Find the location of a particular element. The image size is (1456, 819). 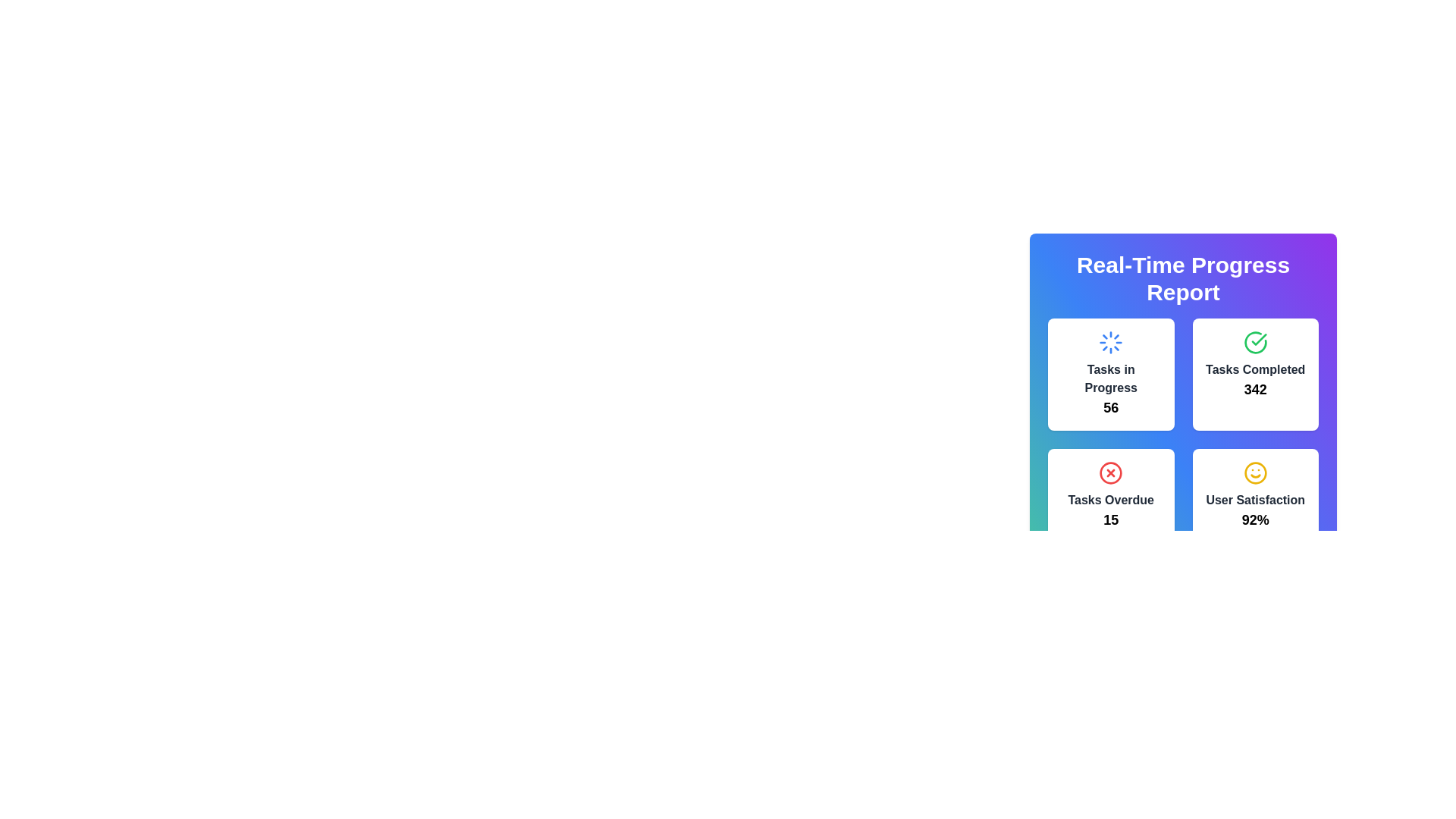

the text block with the words 'User Satisfaction' and a yellow smiling face icon, which is located in the bottom-right corner of the 'Real-Time Progress Report' section is located at coordinates (1255, 496).